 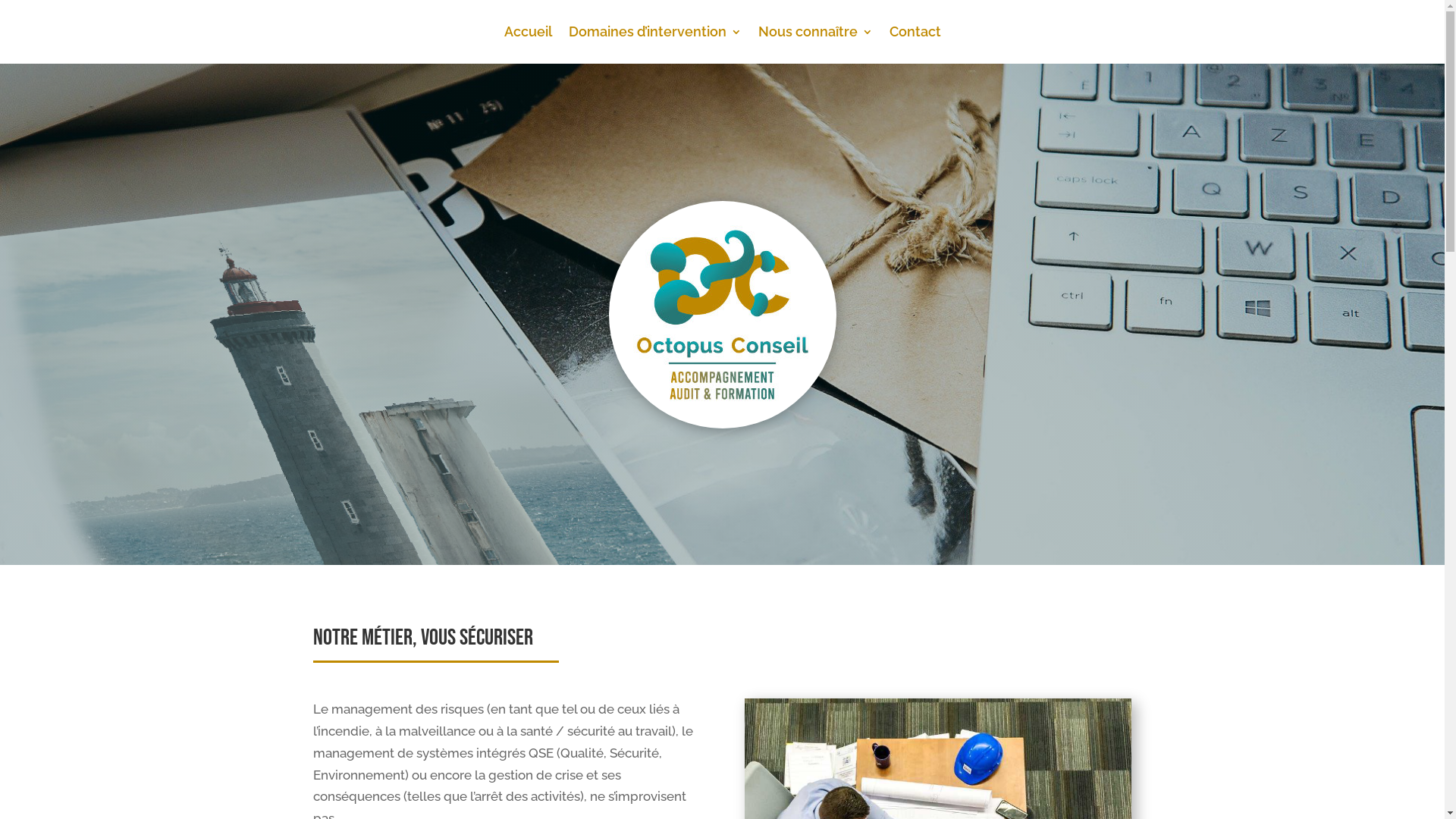 I want to click on 'Contact', so click(x=888, y=34).